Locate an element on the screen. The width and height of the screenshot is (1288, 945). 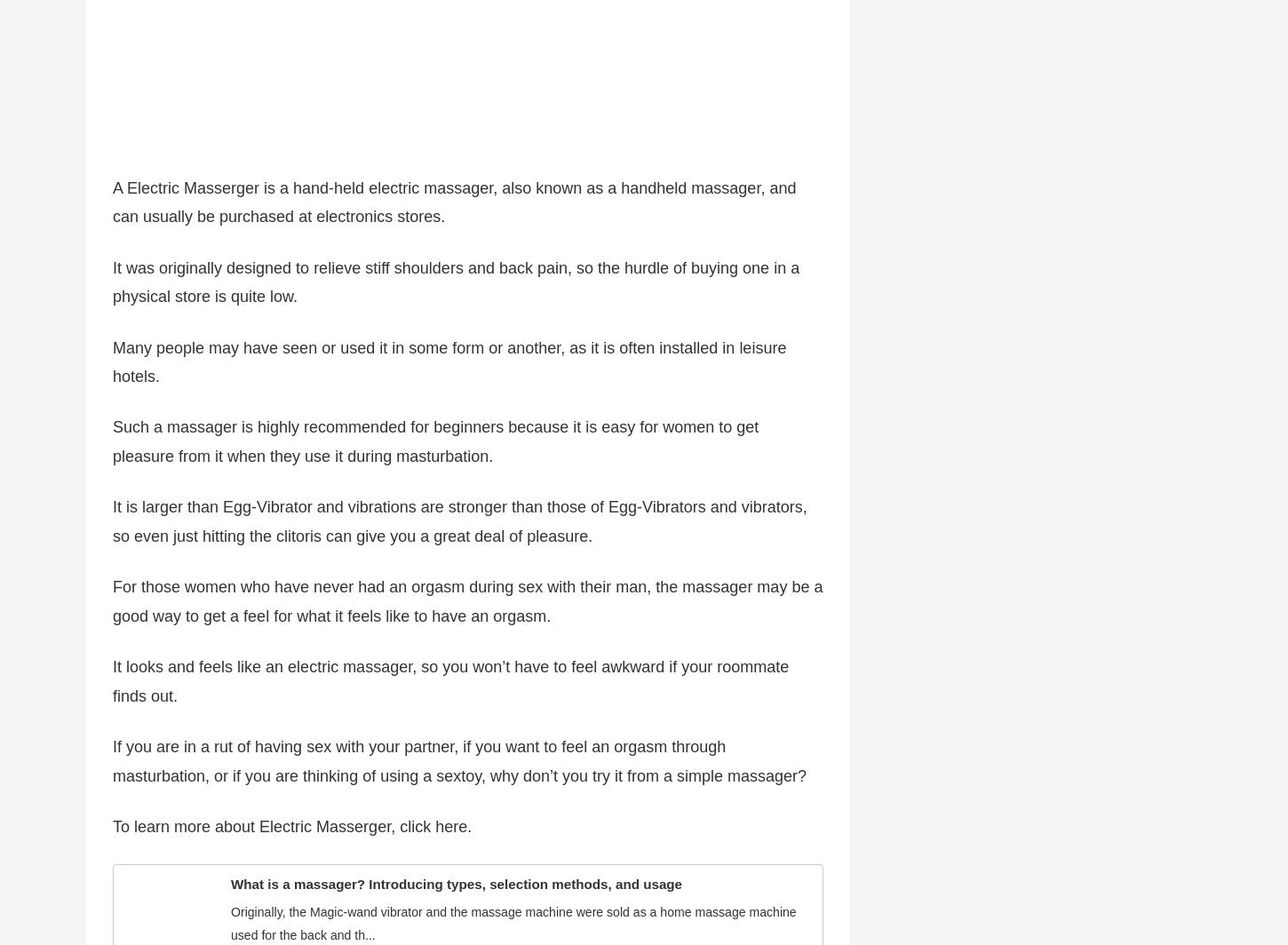
'If you are in a rut of having sex with your partner, if you want to feel an orgasm through masturbation, or if you are thinking of using a sextoy, why don’t you try it from a simple massager?' is located at coordinates (459, 769).